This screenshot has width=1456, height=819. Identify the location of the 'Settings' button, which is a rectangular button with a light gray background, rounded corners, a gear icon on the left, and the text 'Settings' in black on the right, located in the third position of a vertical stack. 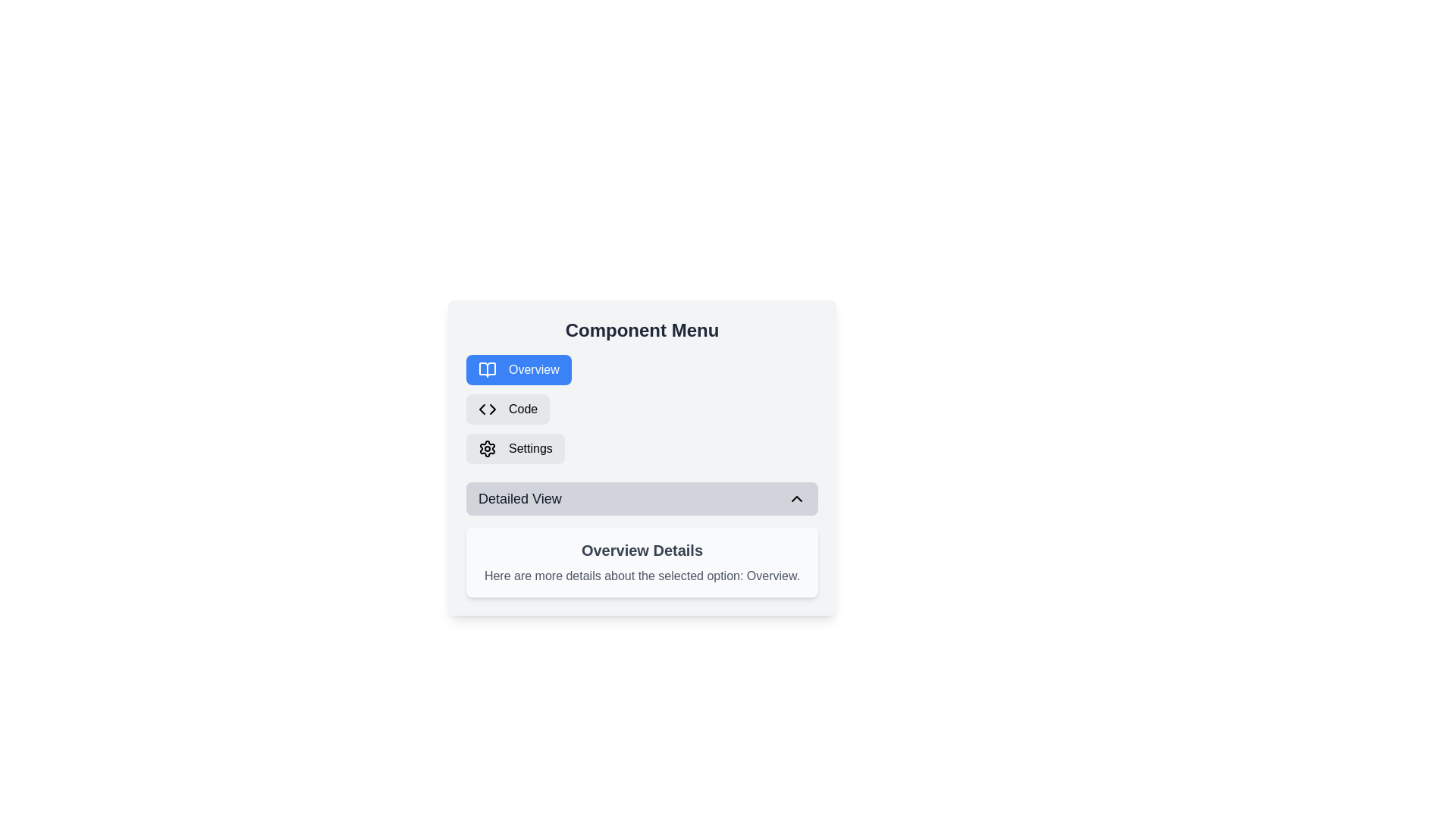
(515, 447).